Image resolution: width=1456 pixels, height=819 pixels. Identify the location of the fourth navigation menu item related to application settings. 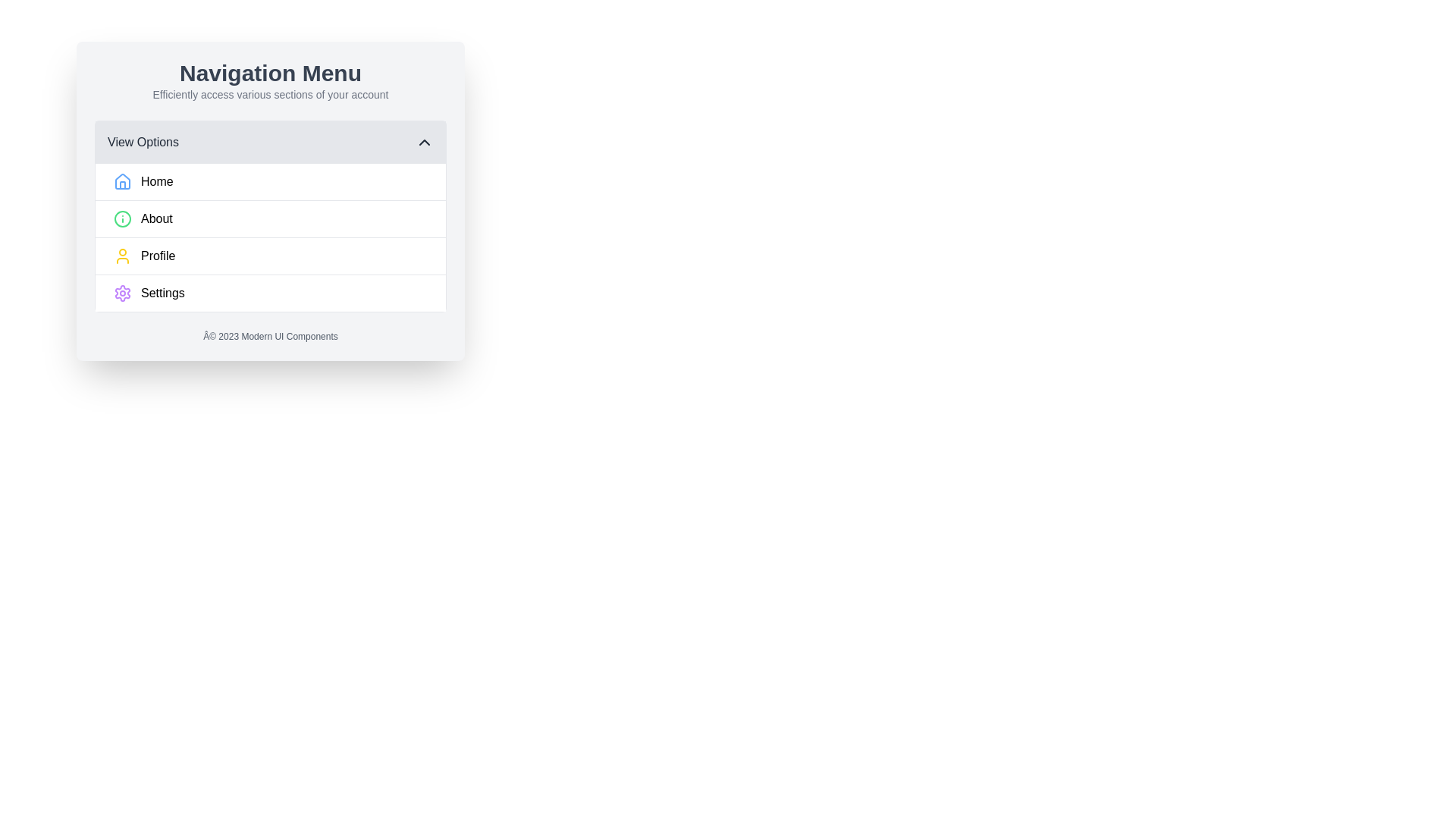
(270, 293).